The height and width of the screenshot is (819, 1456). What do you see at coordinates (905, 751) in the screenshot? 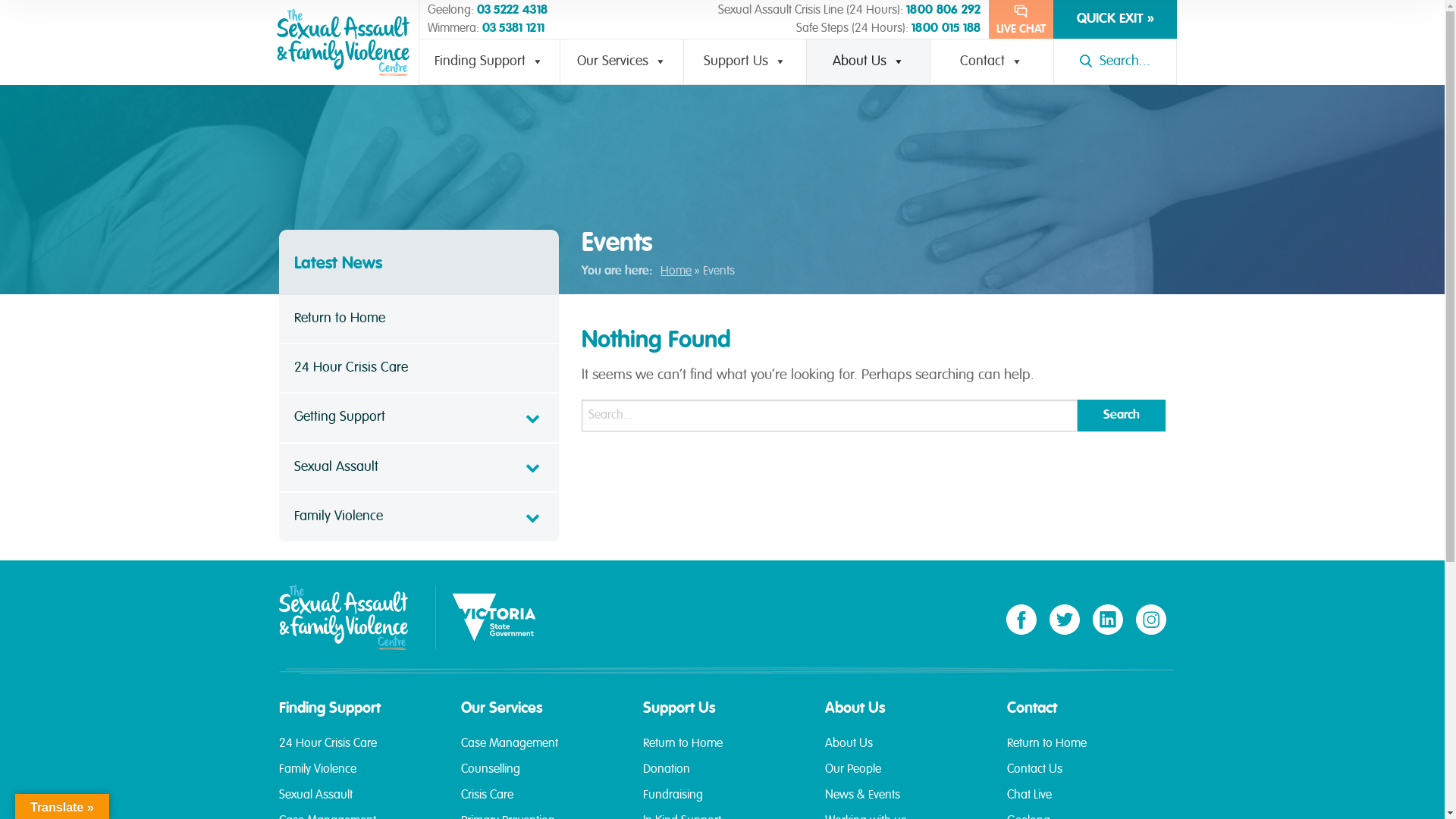
I see `'About Us'` at bounding box center [905, 751].